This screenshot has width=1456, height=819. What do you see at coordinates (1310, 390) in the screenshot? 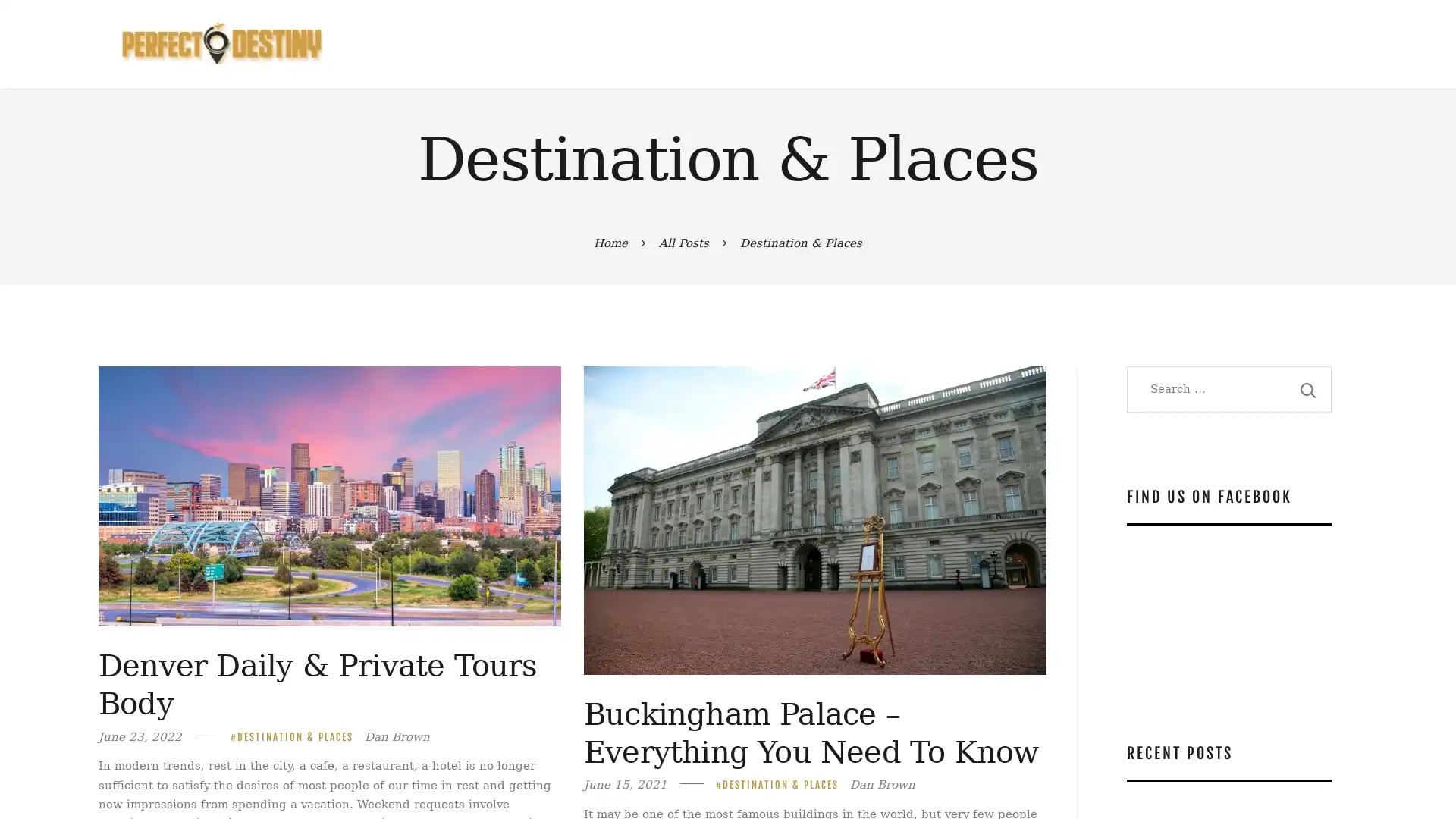
I see `Search` at bounding box center [1310, 390].